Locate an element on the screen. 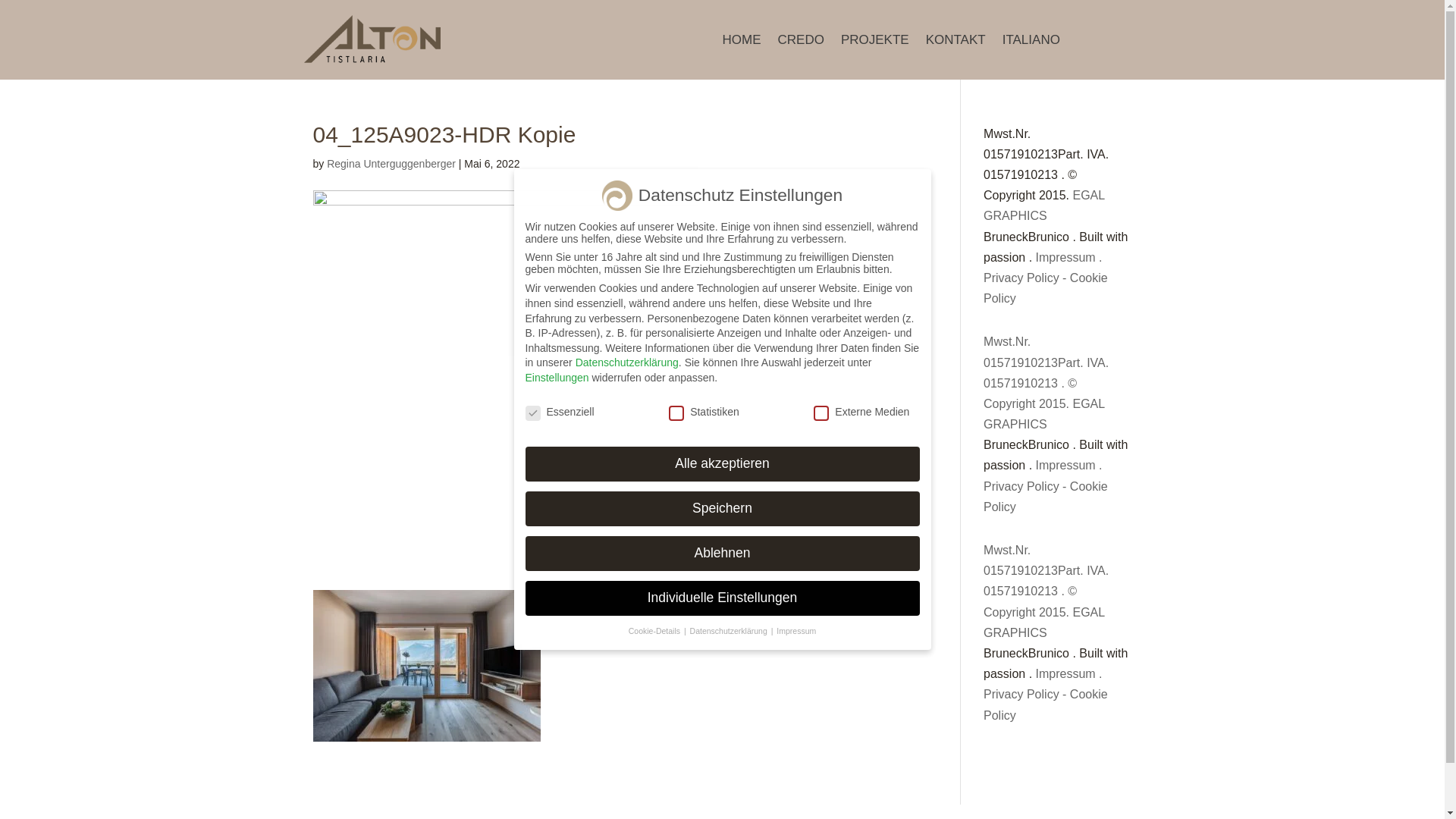 Image resolution: width=1456 pixels, height=819 pixels. 'Privacy Policy' is located at coordinates (1021, 278).